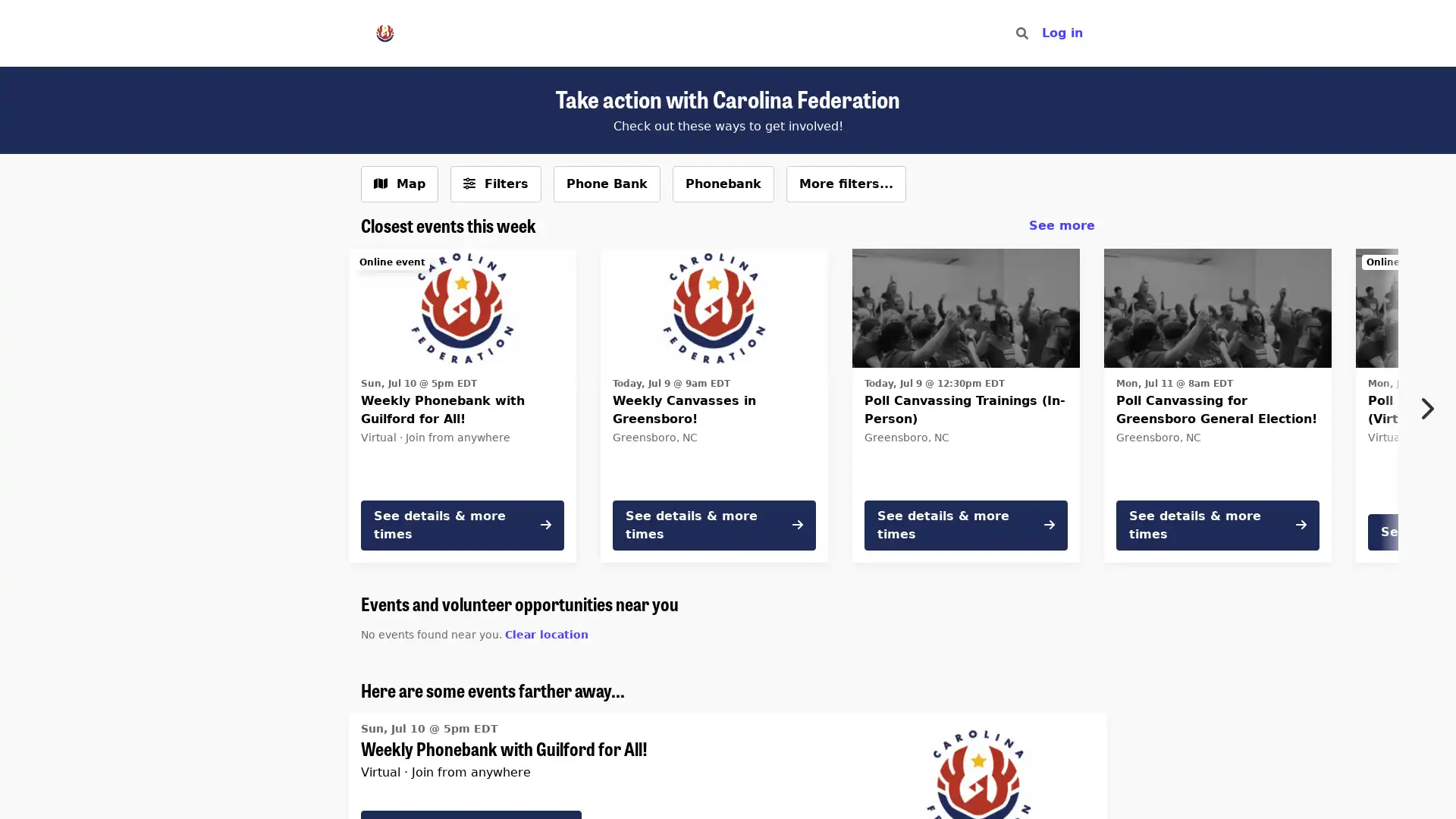 This screenshot has width=1456, height=819. I want to click on See details & more times, so click(965, 523).